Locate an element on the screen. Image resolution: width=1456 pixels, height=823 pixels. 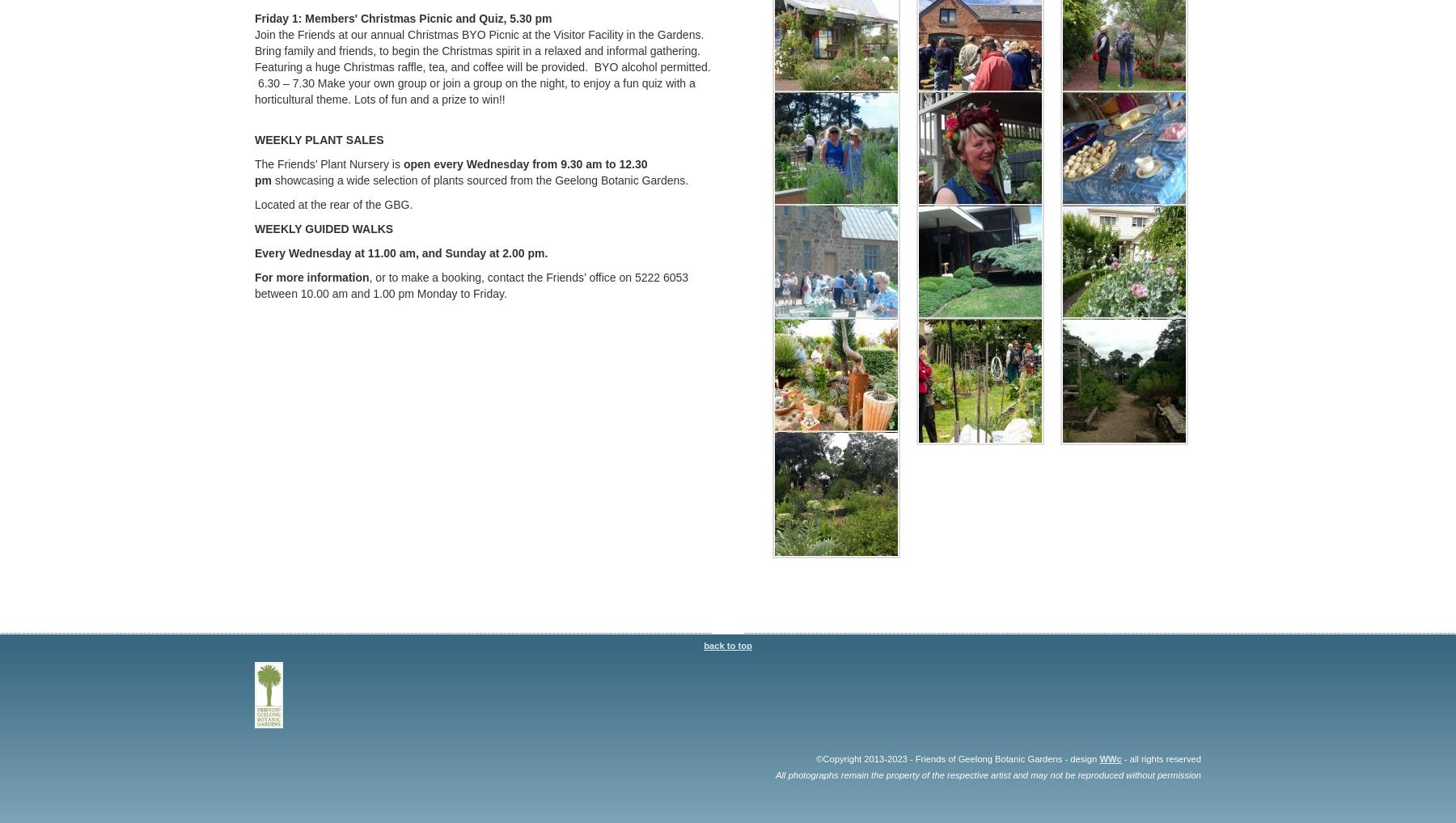
'WWc' is located at coordinates (1098, 757).